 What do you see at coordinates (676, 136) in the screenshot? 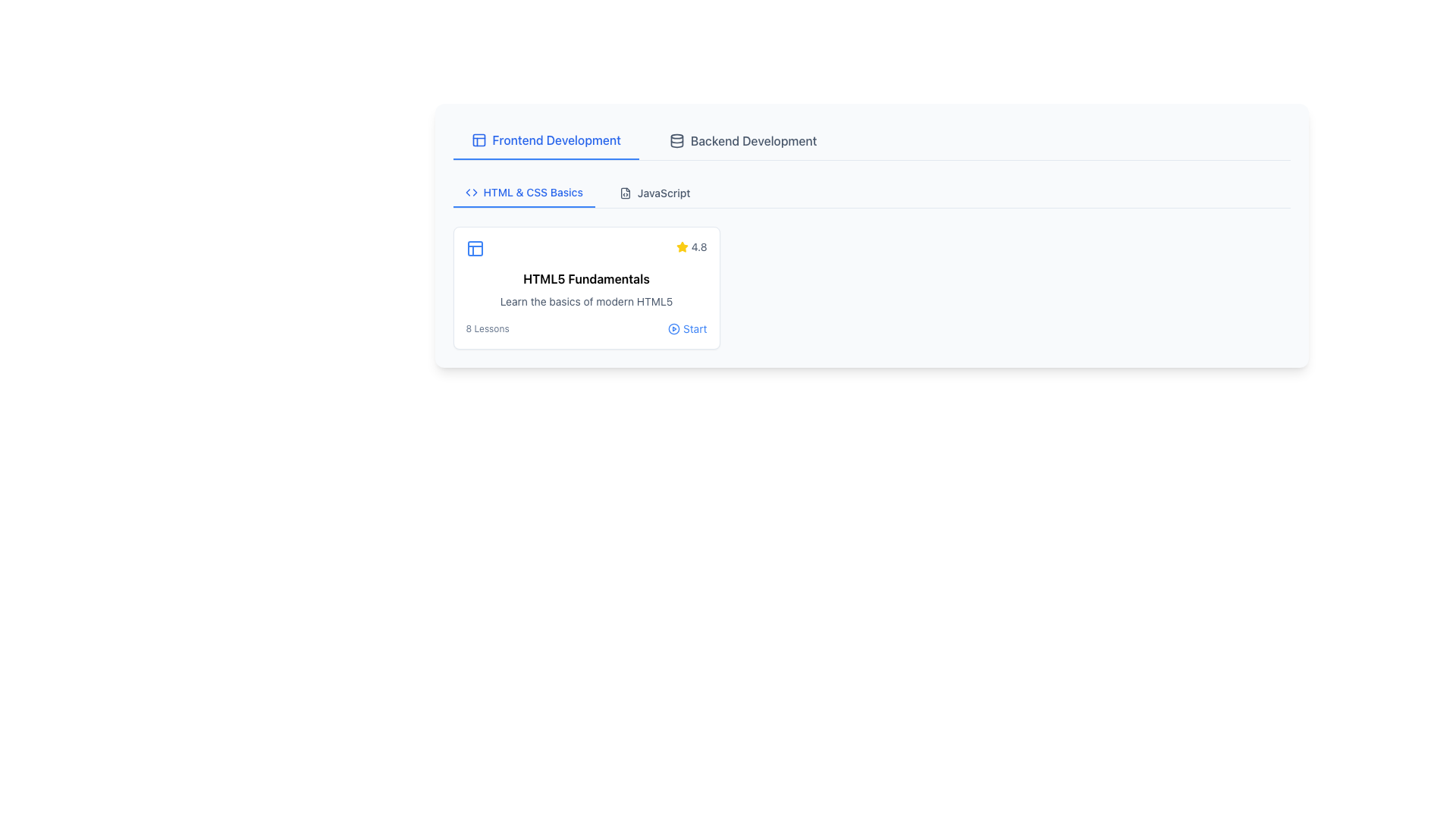
I see `the uppermost section of the SVG Ellipse that represents a database in the 'HTML5 Fundamentals' card` at bounding box center [676, 136].